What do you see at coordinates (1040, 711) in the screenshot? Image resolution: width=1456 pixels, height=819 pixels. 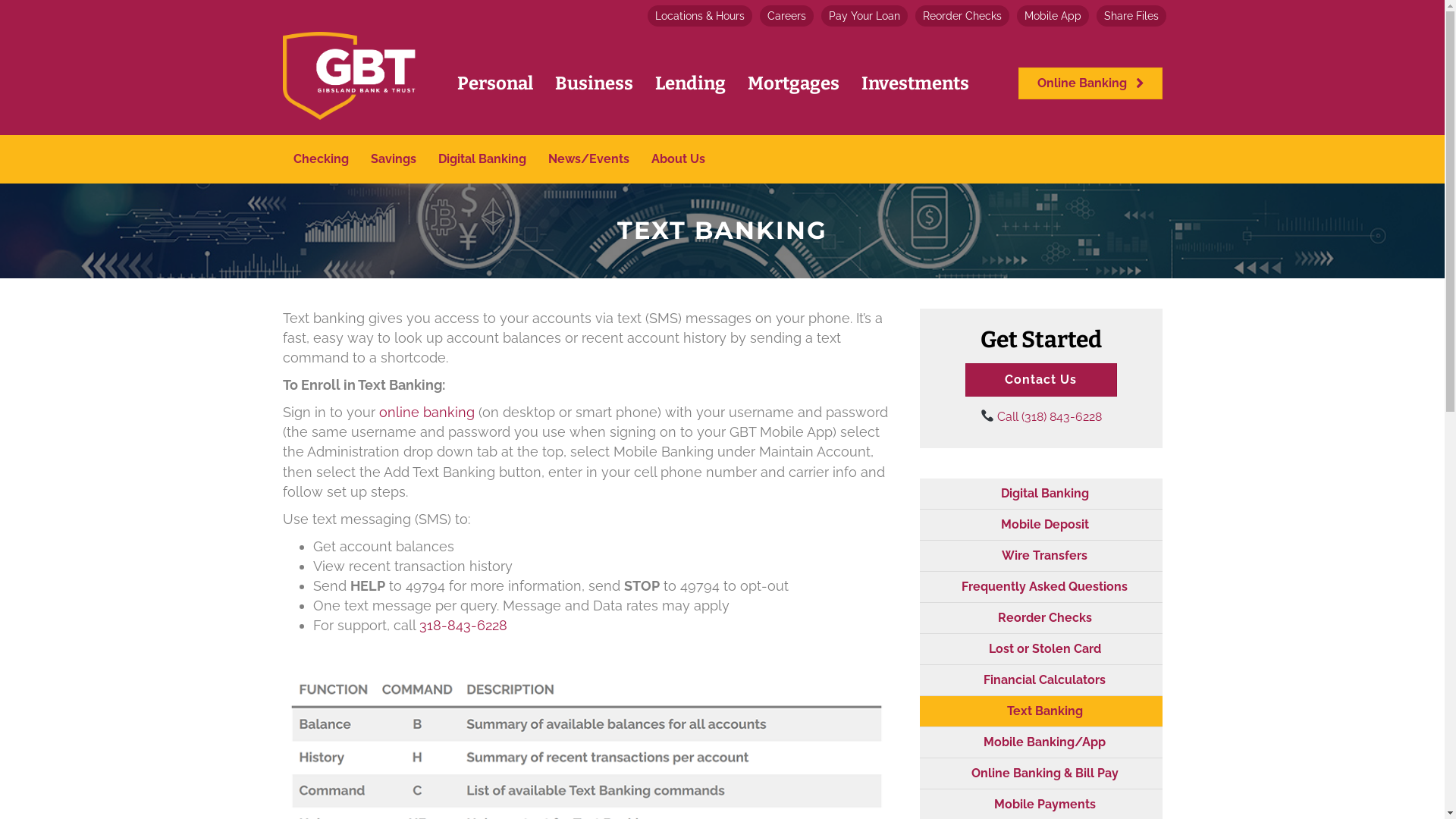 I see `'Text Banking'` at bounding box center [1040, 711].